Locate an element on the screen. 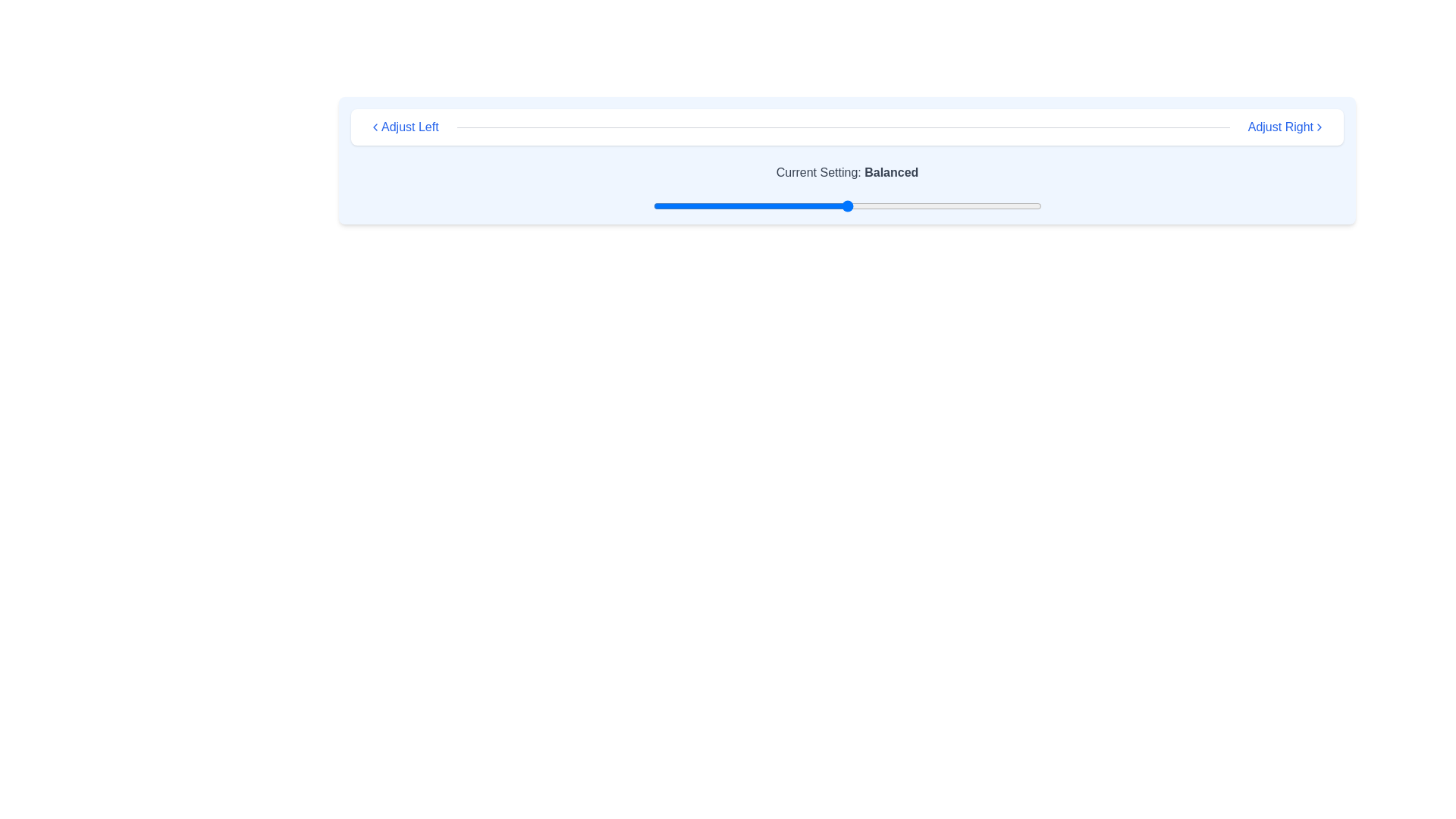 The width and height of the screenshot is (1456, 819). the slider is located at coordinates (909, 206).